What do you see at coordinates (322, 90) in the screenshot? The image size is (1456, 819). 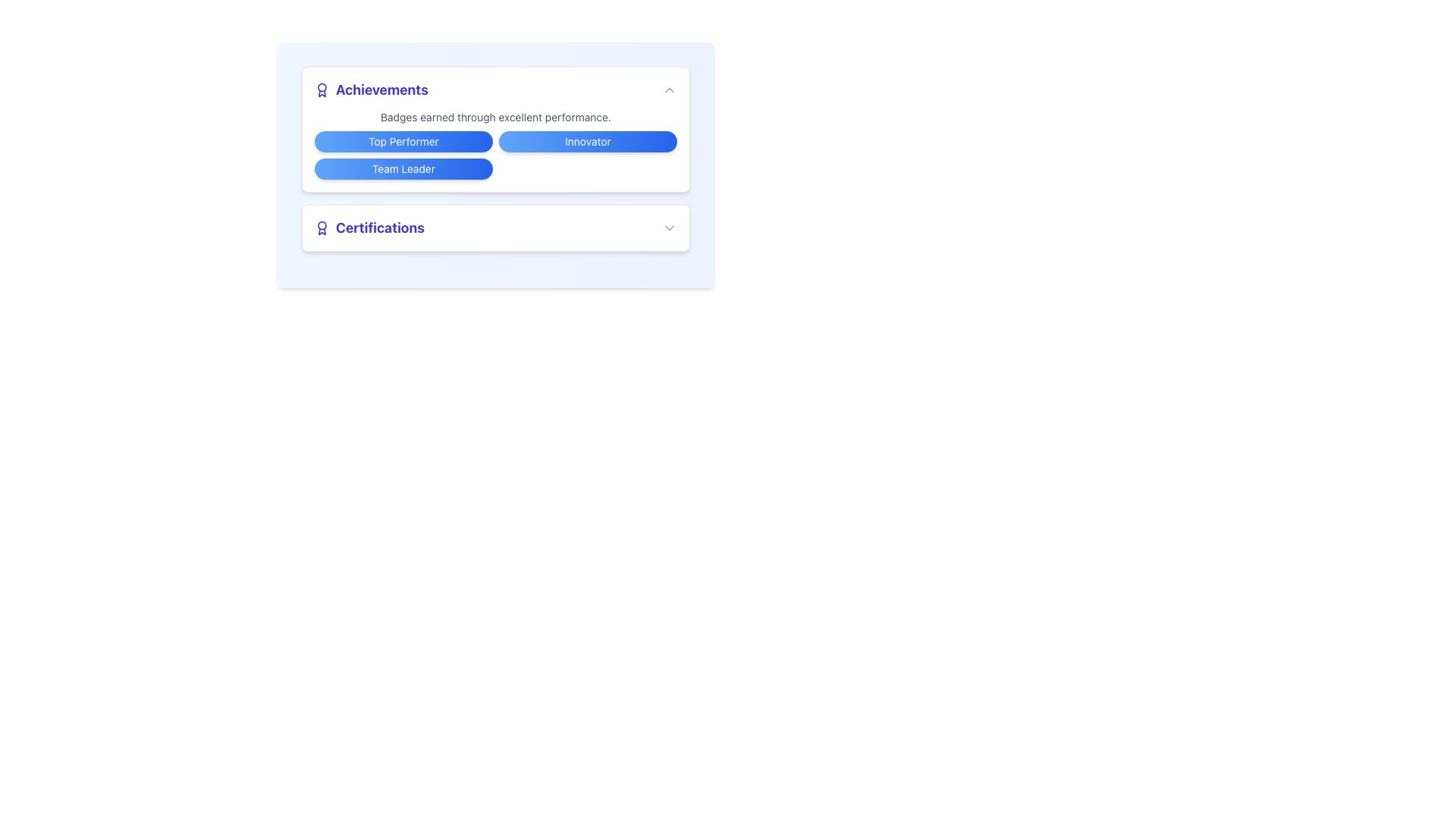 I see `the award icon located to the left of the 'Achievements' text in the header section of the 'Achievements' card` at bounding box center [322, 90].